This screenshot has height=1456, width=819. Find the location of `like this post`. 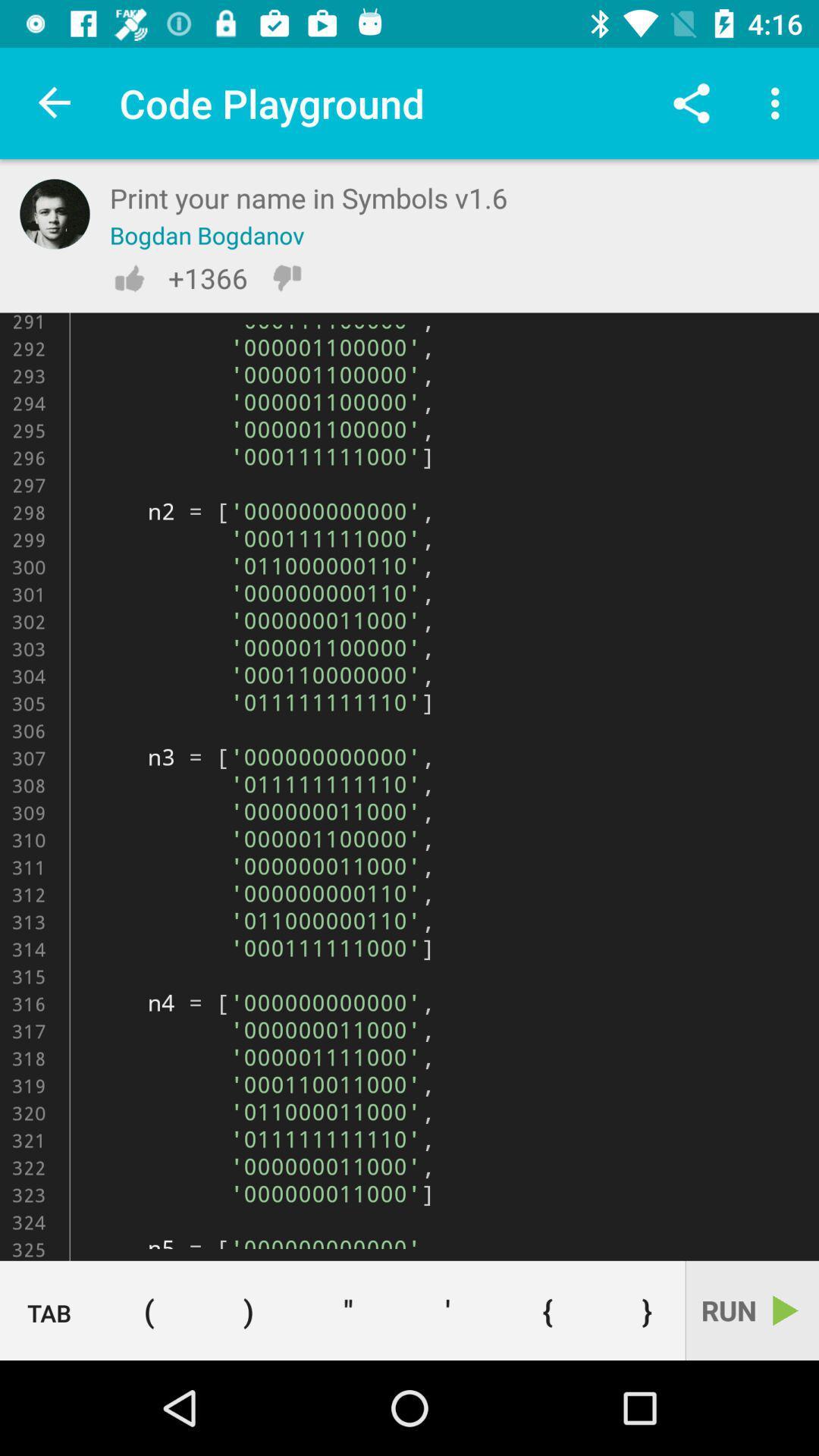

like this post is located at coordinates (128, 278).